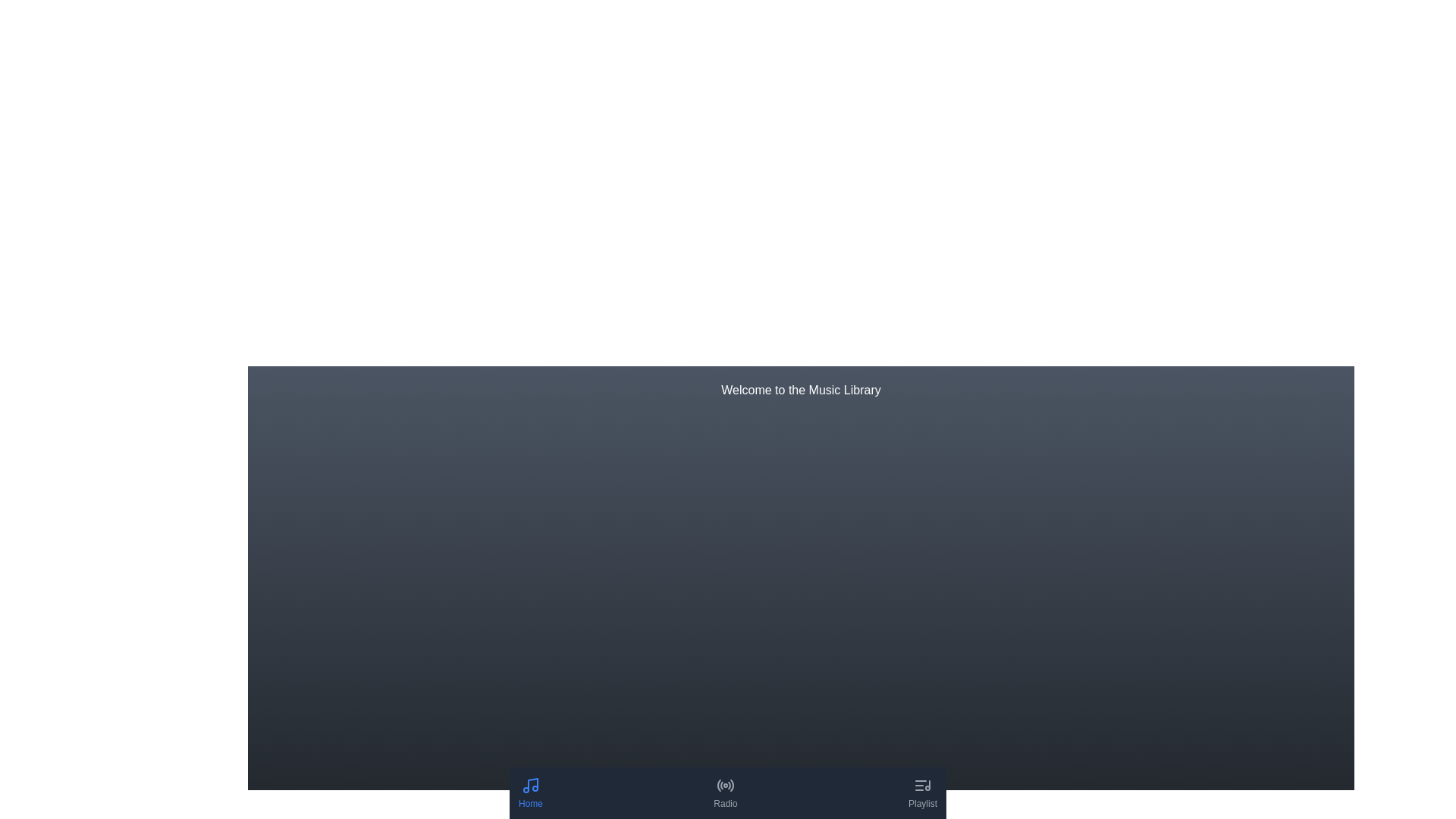  Describe the element at coordinates (724, 803) in the screenshot. I see `the text label displaying 'Radio', which is styled in light gray on a darker background and located at the bottom center of the navigation bar` at that location.